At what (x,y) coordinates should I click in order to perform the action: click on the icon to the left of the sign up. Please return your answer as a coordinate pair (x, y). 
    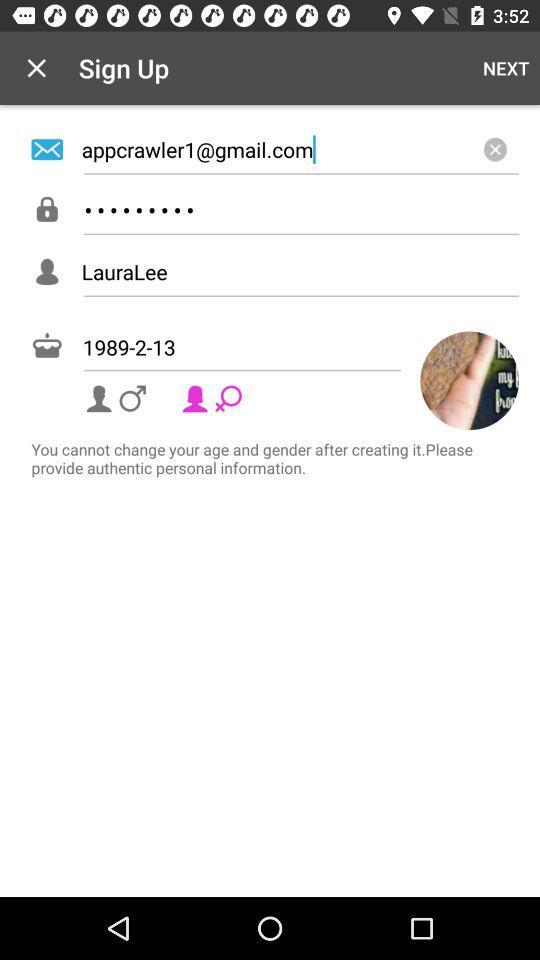
    Looking at the image, I should click on (36, 68).